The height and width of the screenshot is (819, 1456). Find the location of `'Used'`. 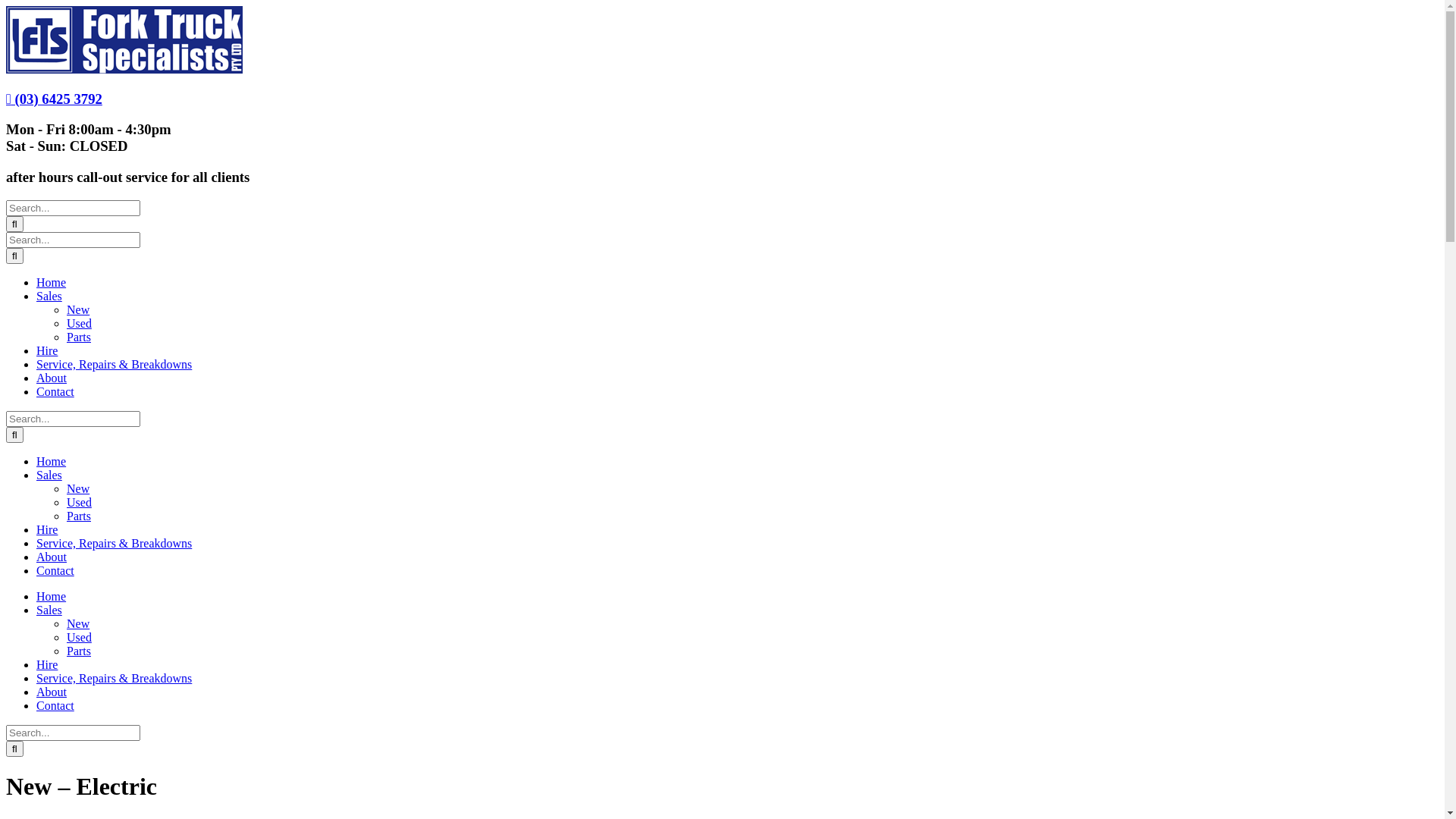

'Used' is located at coordinates (78, 322).